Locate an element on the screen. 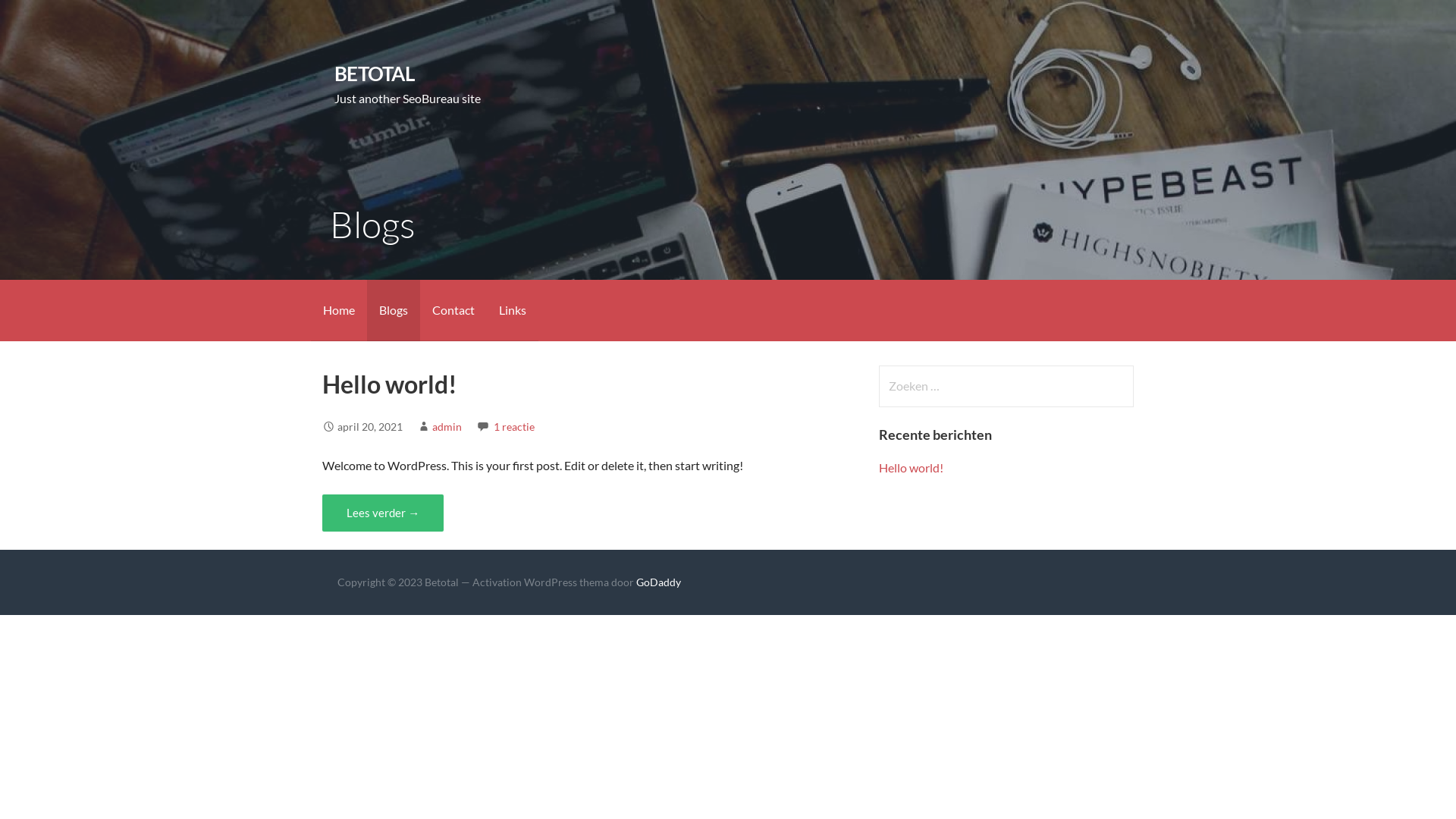  'BETOTAL' is located at coordinates (374, 73).